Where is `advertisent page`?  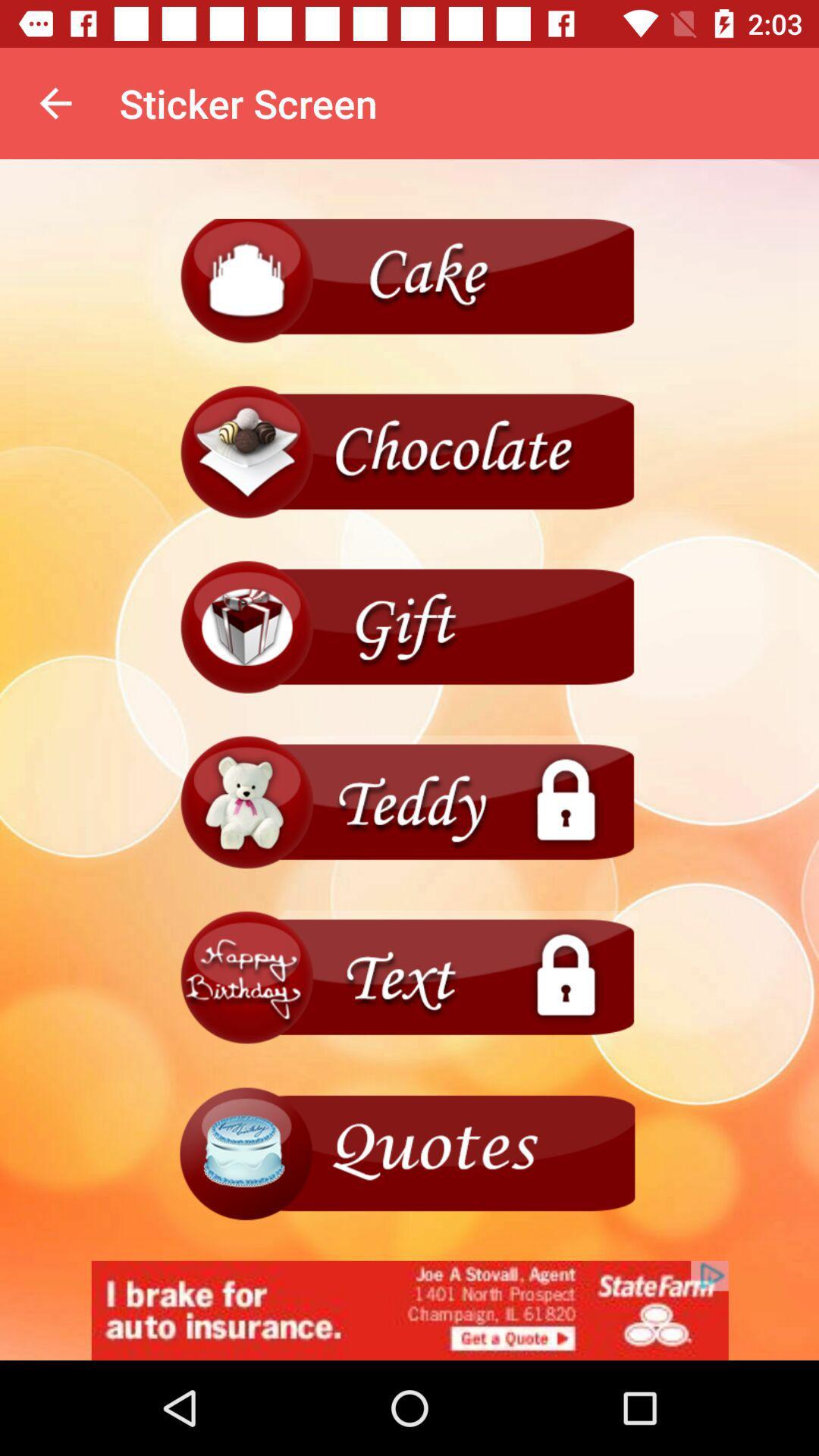
advertisent page is located at coordinates (409, 1153).